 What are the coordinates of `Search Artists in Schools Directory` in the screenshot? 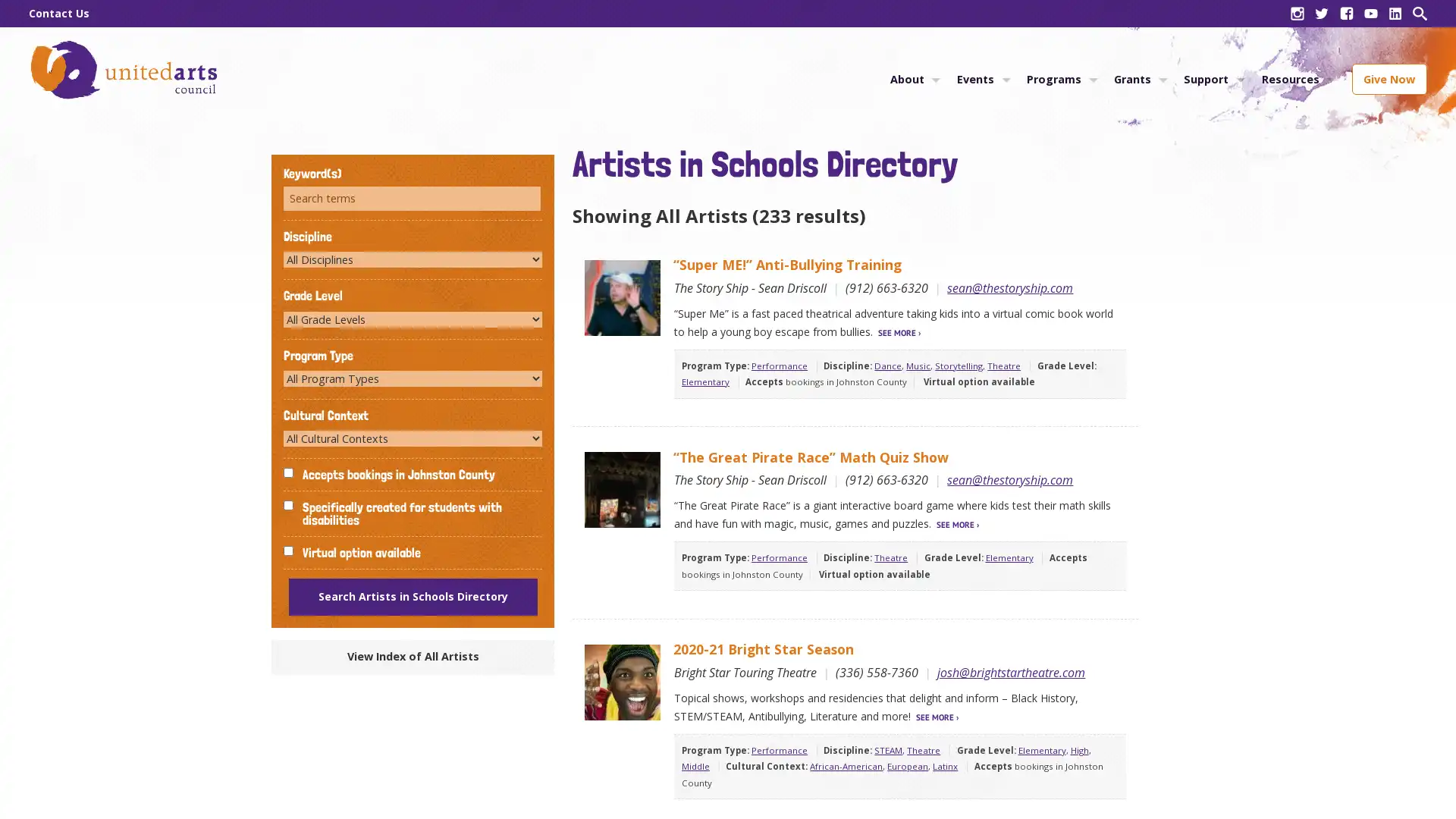 It's located at (412, 595).